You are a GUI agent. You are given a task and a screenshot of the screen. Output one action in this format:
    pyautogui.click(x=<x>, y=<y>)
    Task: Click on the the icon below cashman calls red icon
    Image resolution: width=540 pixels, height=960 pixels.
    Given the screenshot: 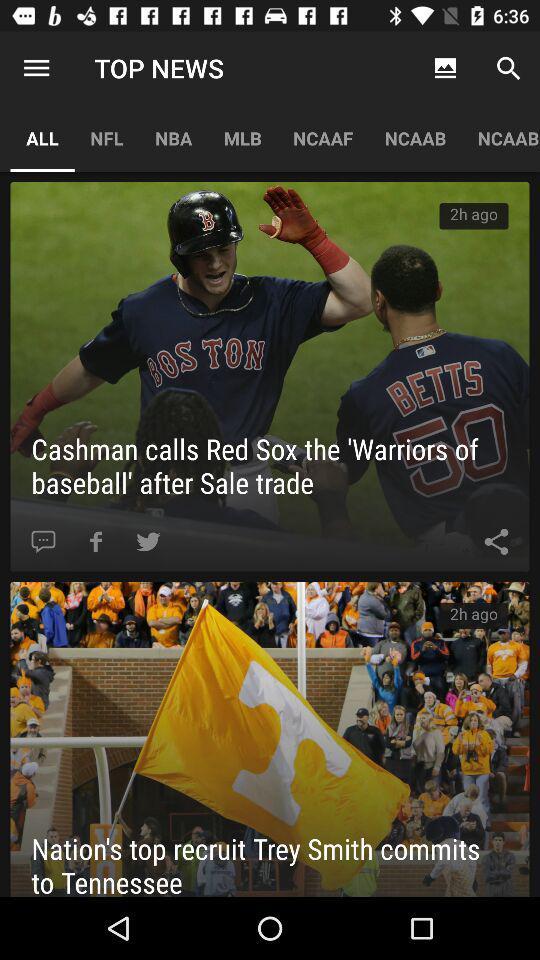 What is the action you would take?
    pyautogui.click(x=147, y=541)
    